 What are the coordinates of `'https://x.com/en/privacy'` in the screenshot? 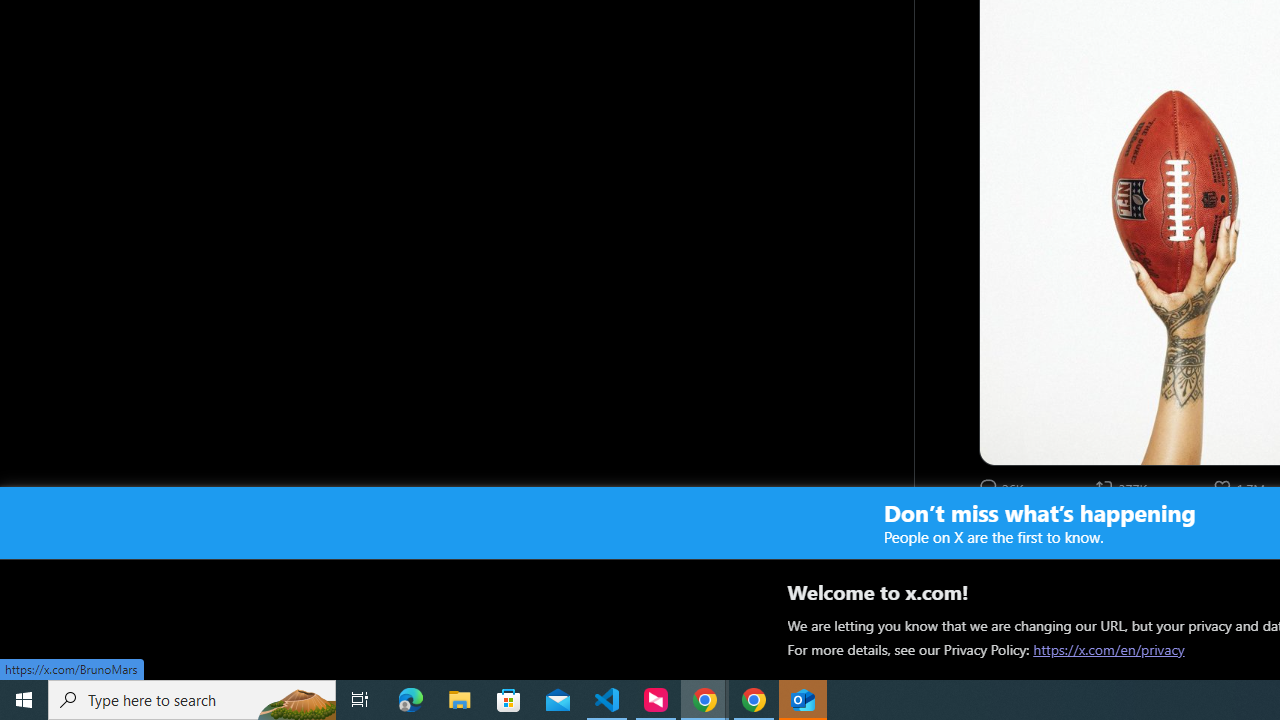 It's located at (1108, 649).